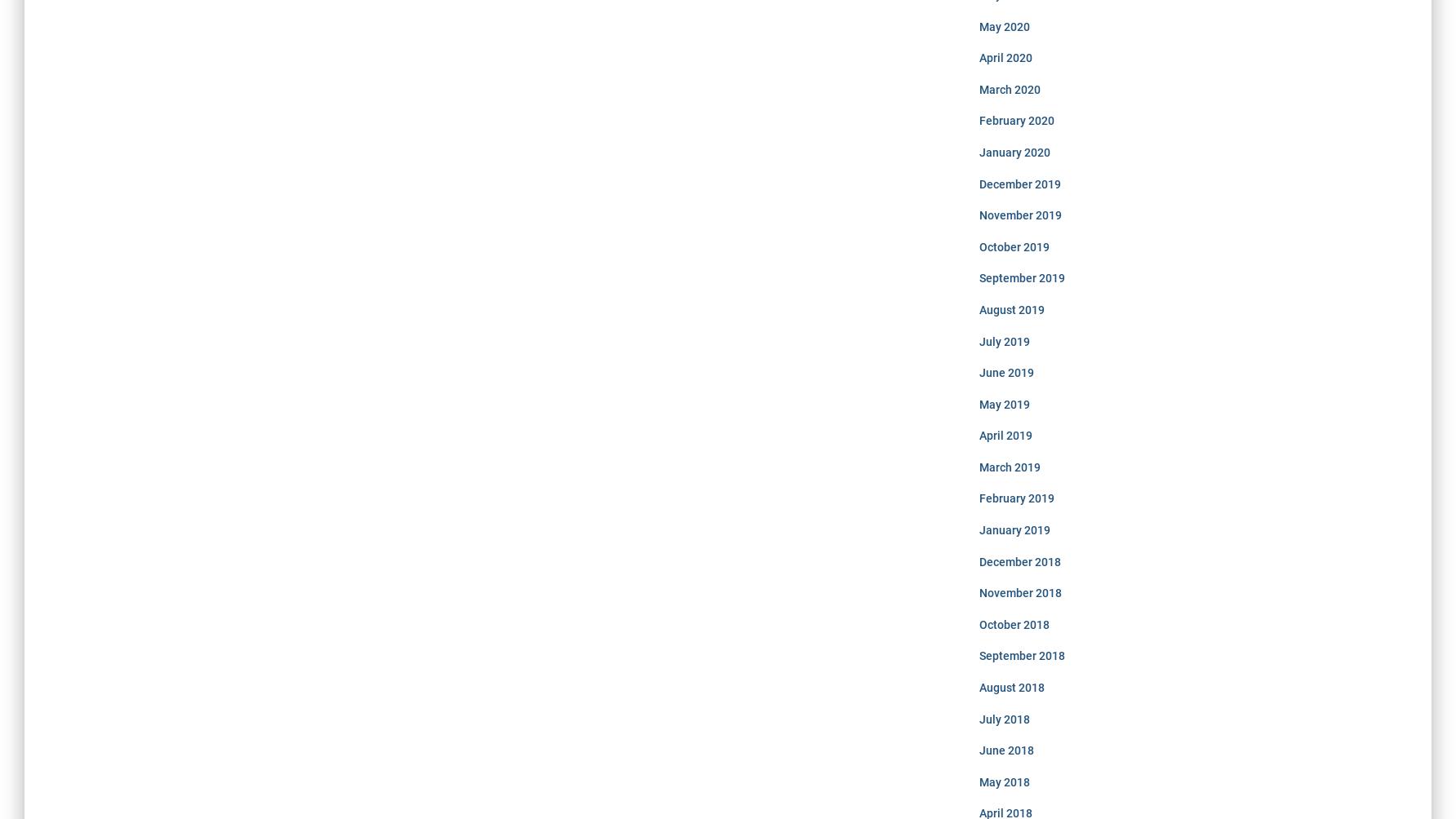  I want to click on 'September 2019', so click(1020, 277).